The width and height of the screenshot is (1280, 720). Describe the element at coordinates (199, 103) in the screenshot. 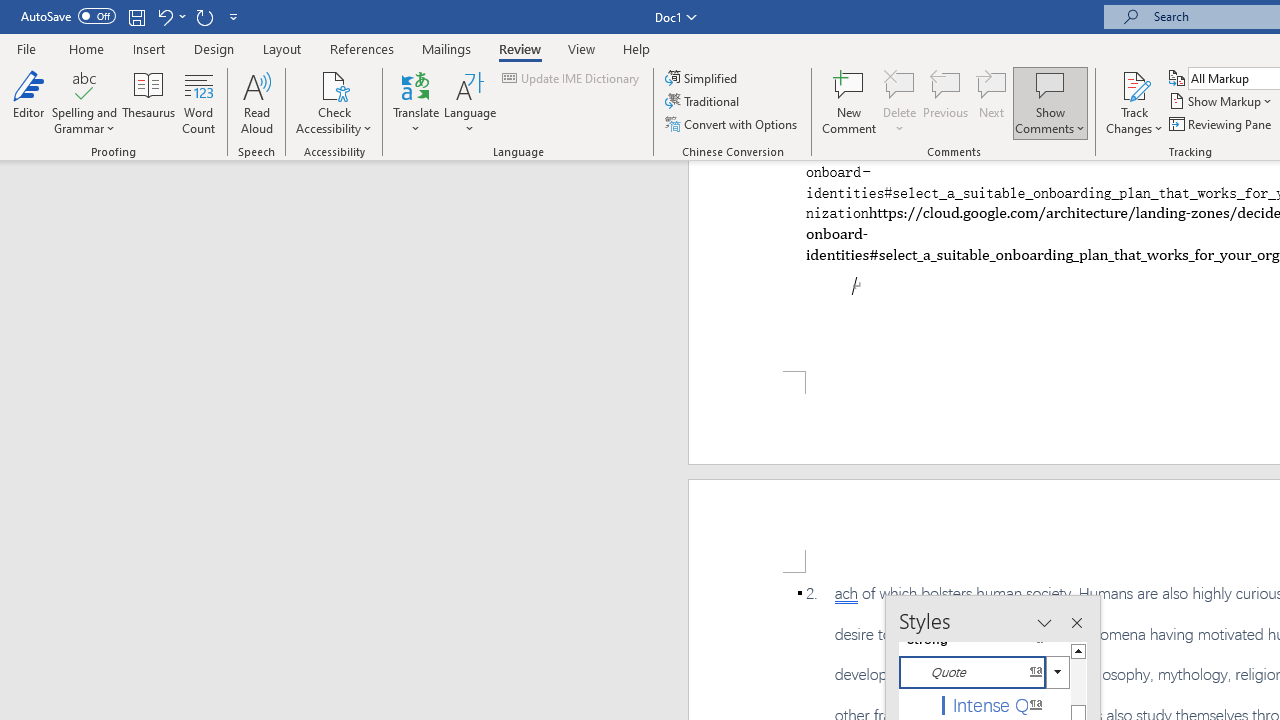

I see `'Word Count'` at that location.